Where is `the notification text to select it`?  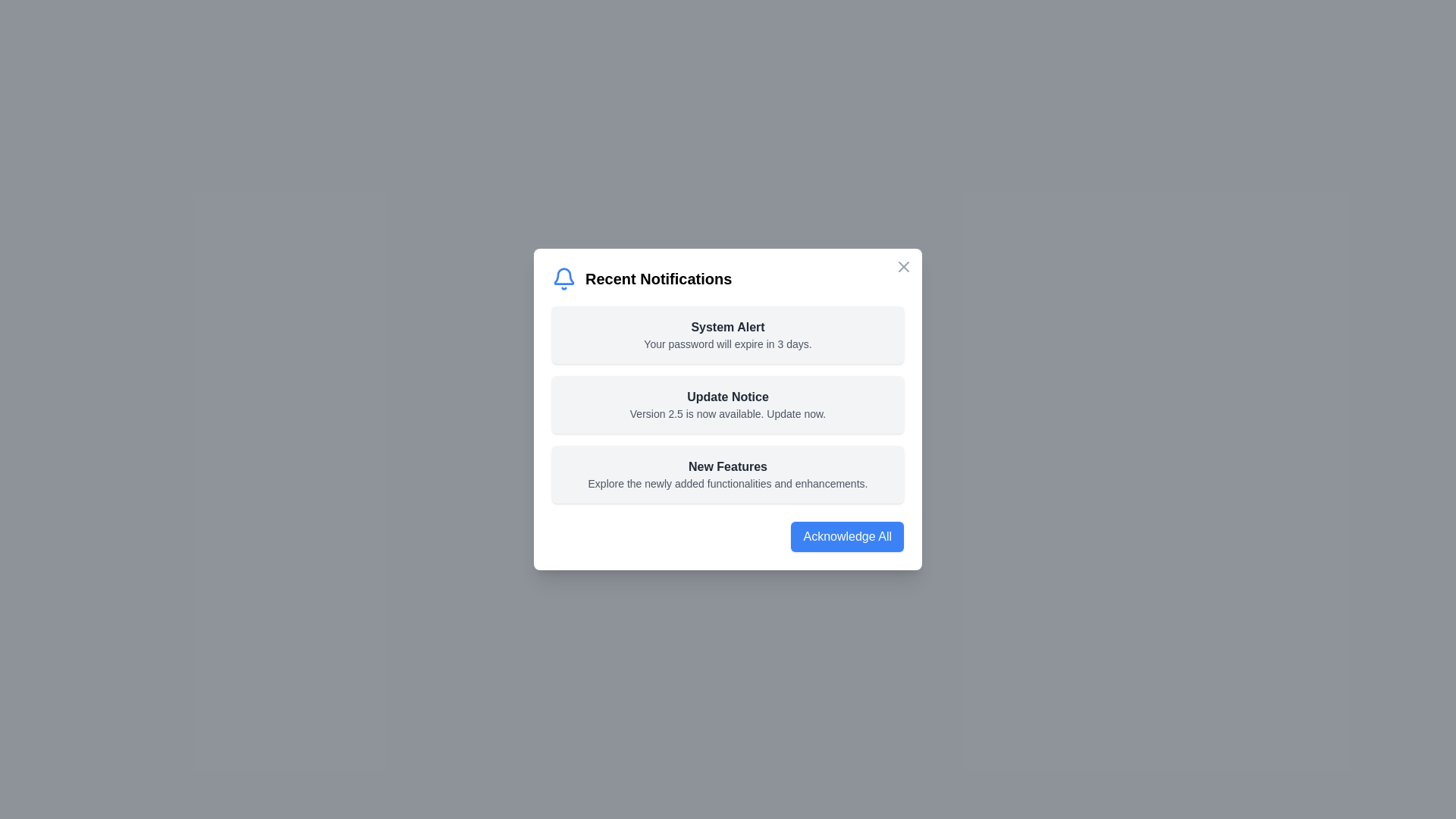
the notification text to select it is located at coordinates (728, 334).